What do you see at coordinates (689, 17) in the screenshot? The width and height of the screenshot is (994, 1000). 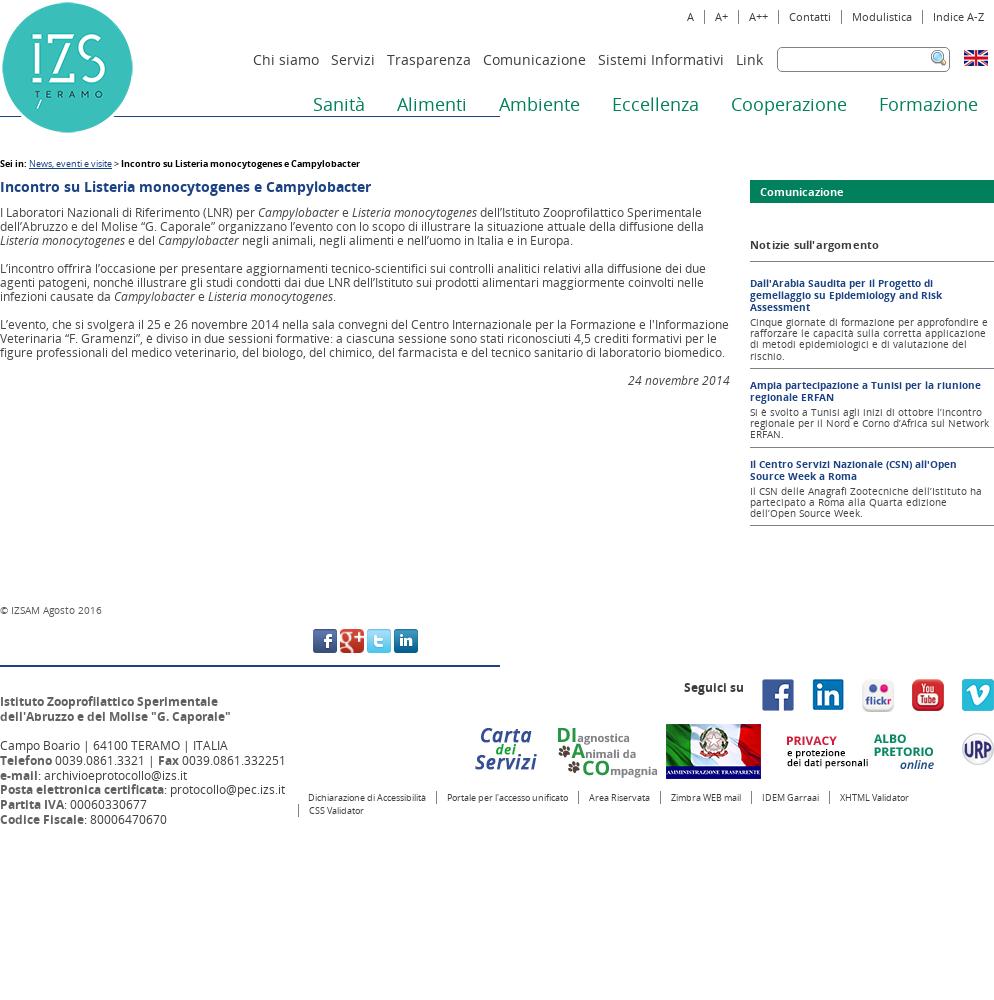 I see `'A'` at bounding box center [689, 17].